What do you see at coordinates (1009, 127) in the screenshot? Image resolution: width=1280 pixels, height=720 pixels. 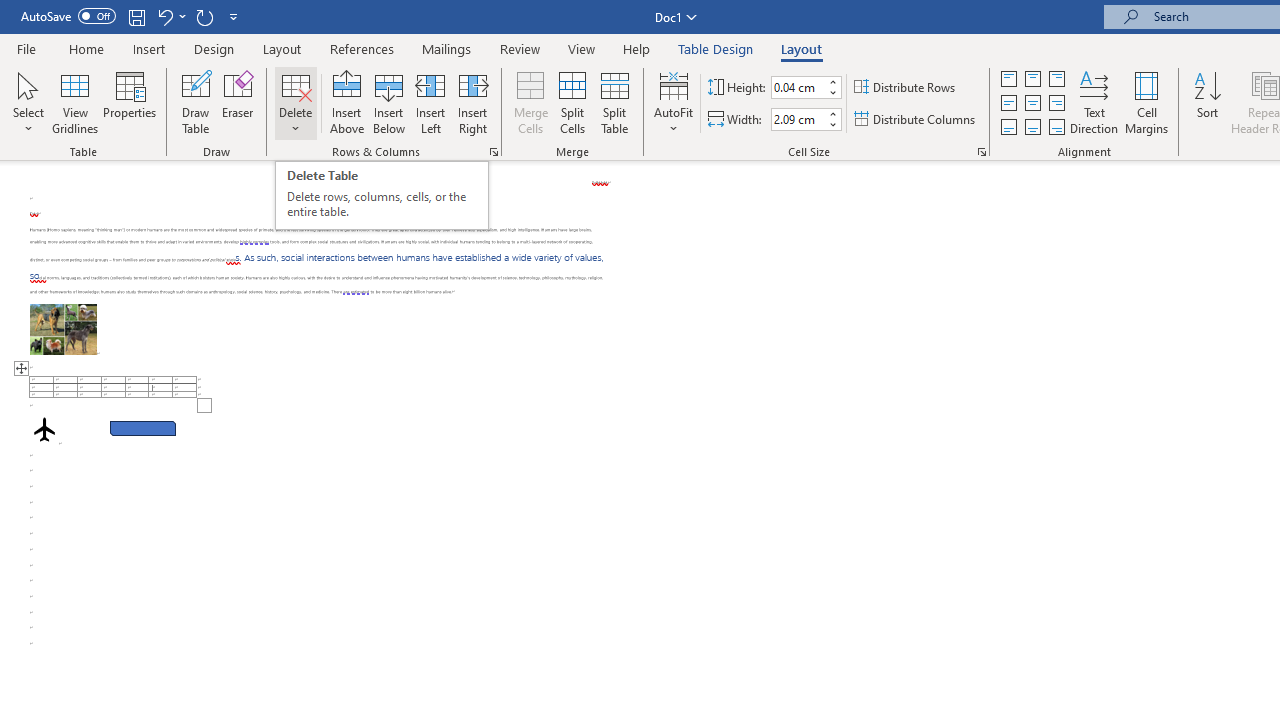 I see `'Align Bottom Justified'` at bounding box center [1009, 127].